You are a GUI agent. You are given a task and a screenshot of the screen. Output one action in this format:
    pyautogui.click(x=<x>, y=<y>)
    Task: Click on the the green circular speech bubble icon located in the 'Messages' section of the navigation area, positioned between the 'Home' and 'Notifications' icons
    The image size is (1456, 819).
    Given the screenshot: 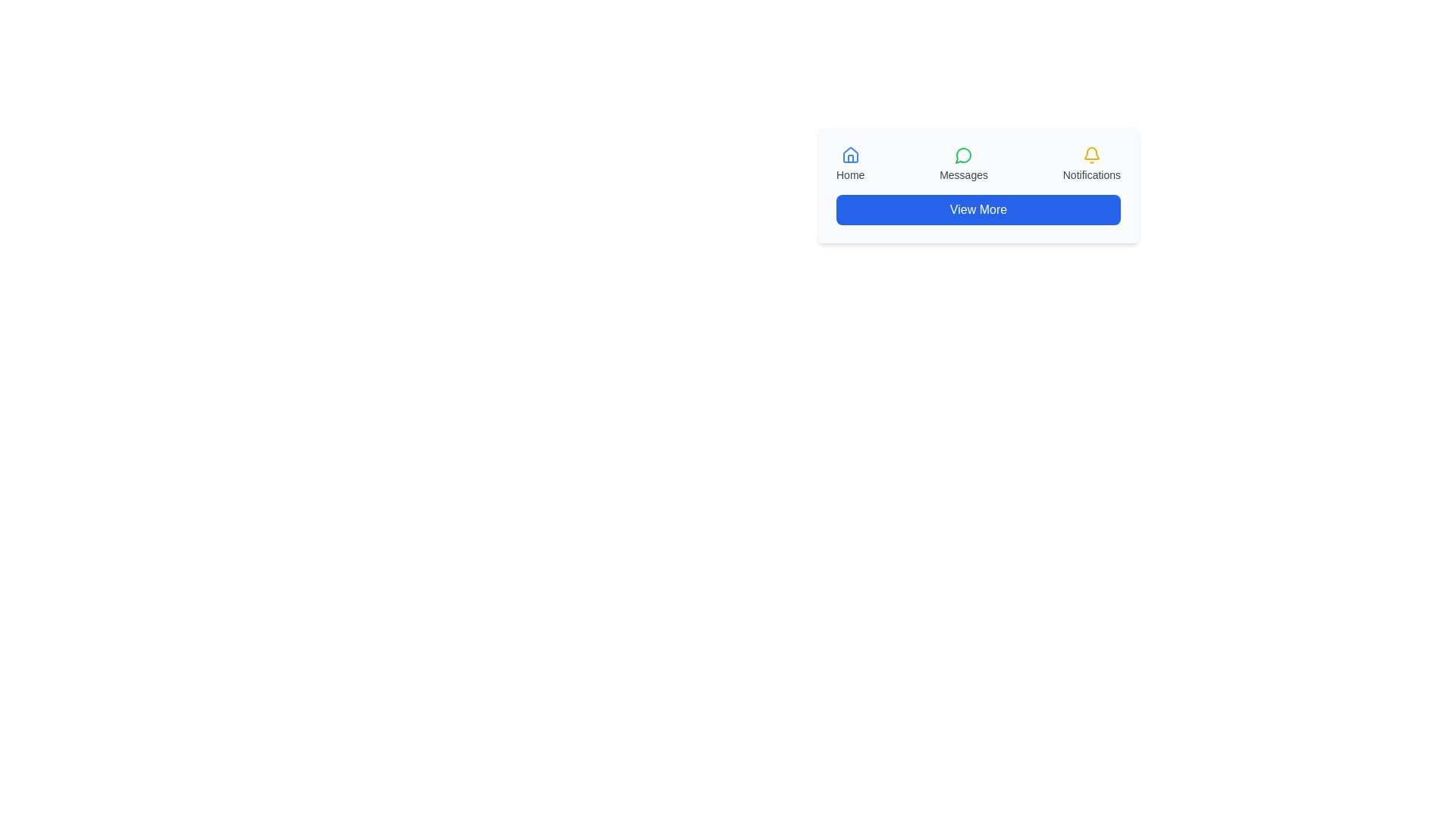 What is the action you would take?
    pyautogui.click(x=963, y=155)
    